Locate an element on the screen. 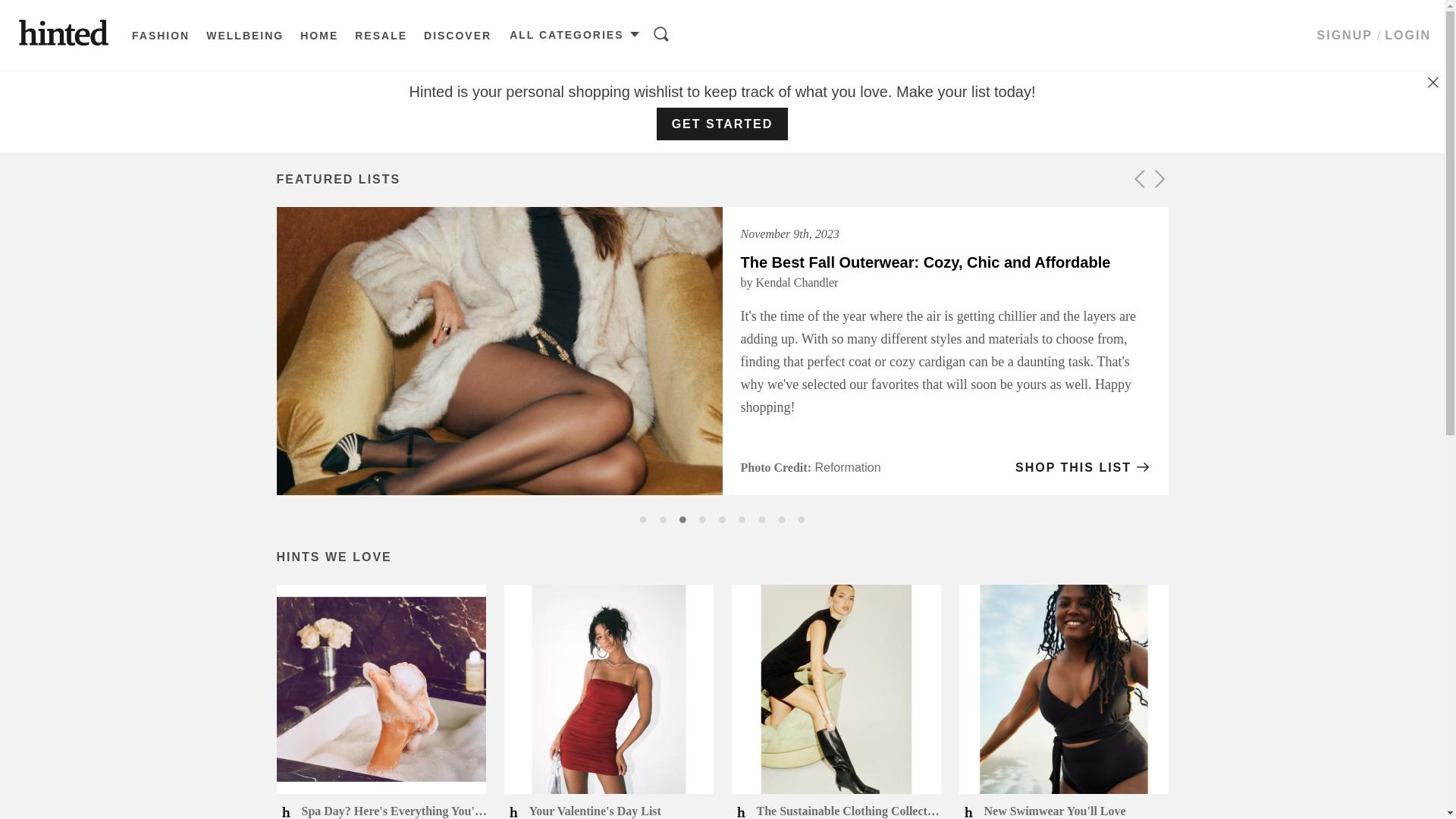 This screenshot has height=819, width=1456. 'HOME' is located at coordinates (318, 35).